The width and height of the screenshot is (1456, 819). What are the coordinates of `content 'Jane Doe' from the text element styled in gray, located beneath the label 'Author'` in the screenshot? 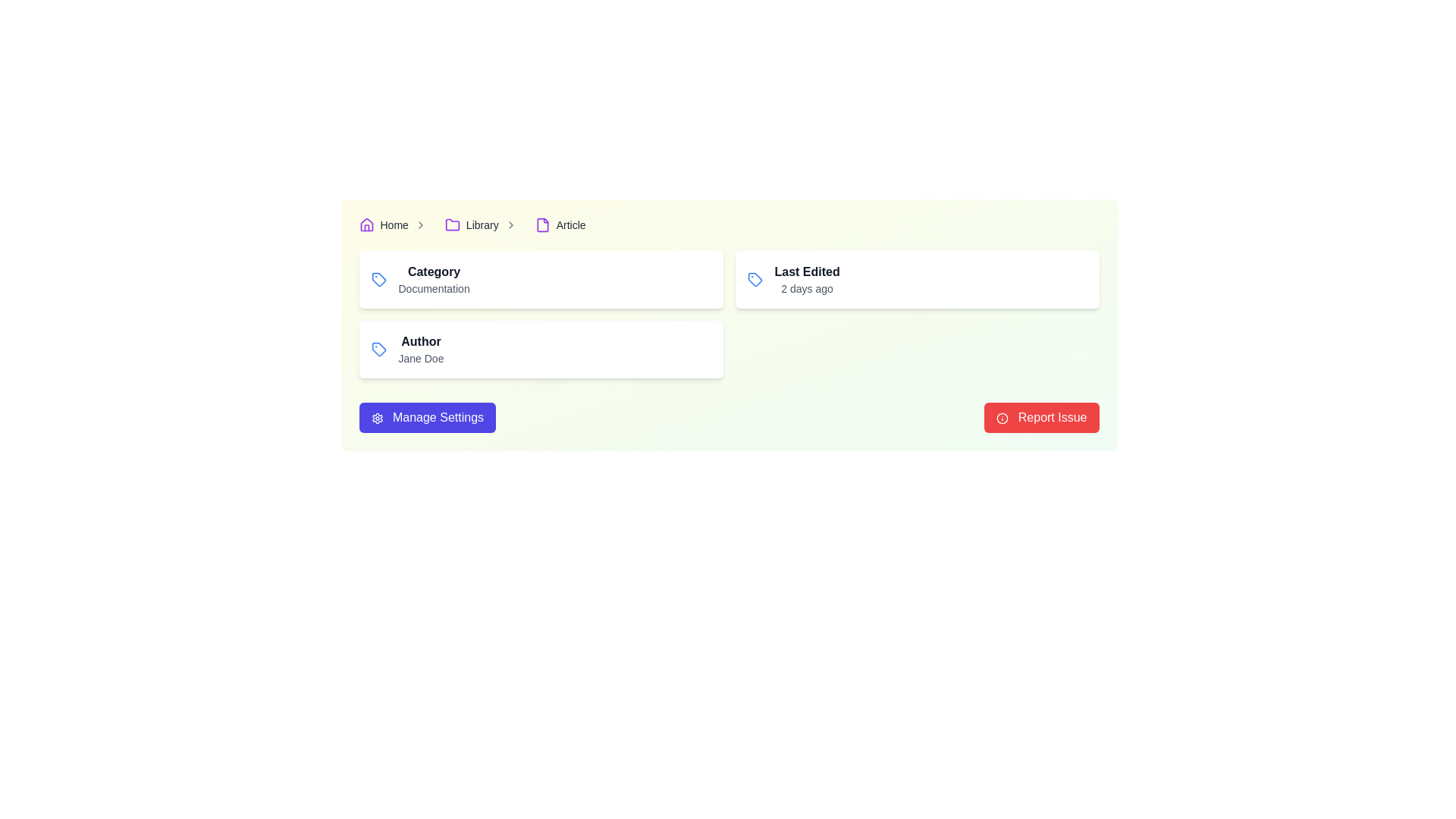 It's located at (421, 359).